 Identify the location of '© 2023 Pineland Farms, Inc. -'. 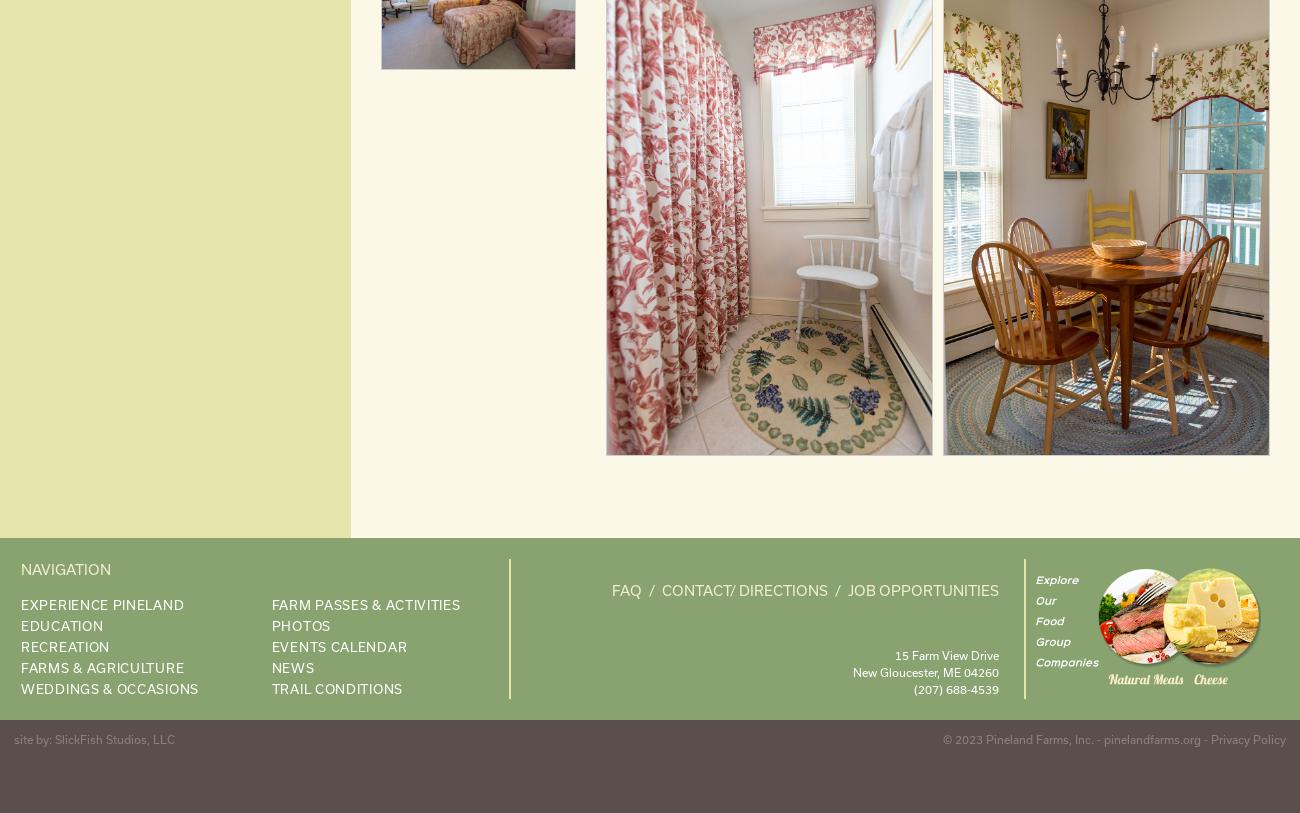
(943, 738).